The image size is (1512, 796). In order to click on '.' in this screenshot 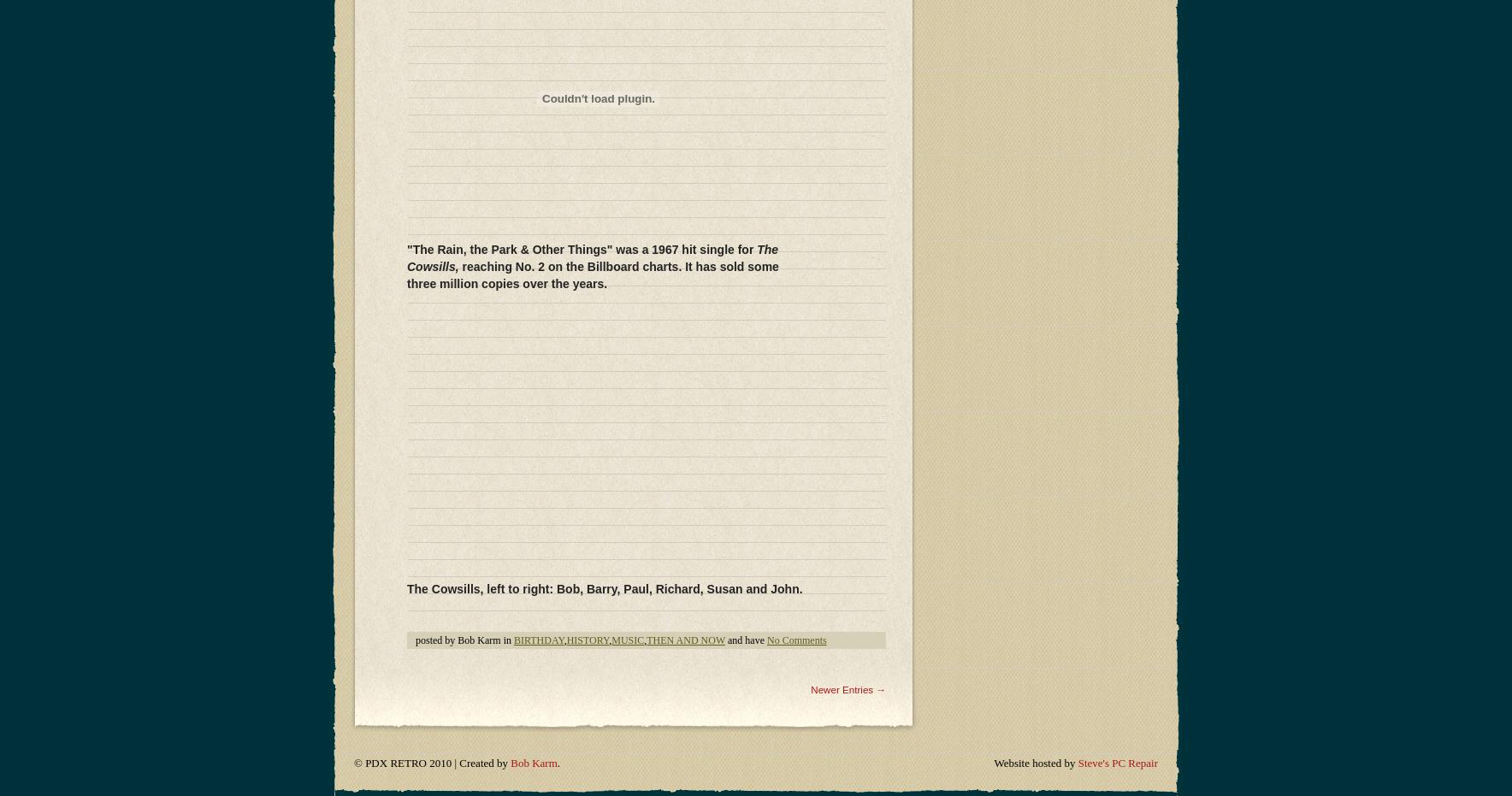, I will do `click(557, 340)`.